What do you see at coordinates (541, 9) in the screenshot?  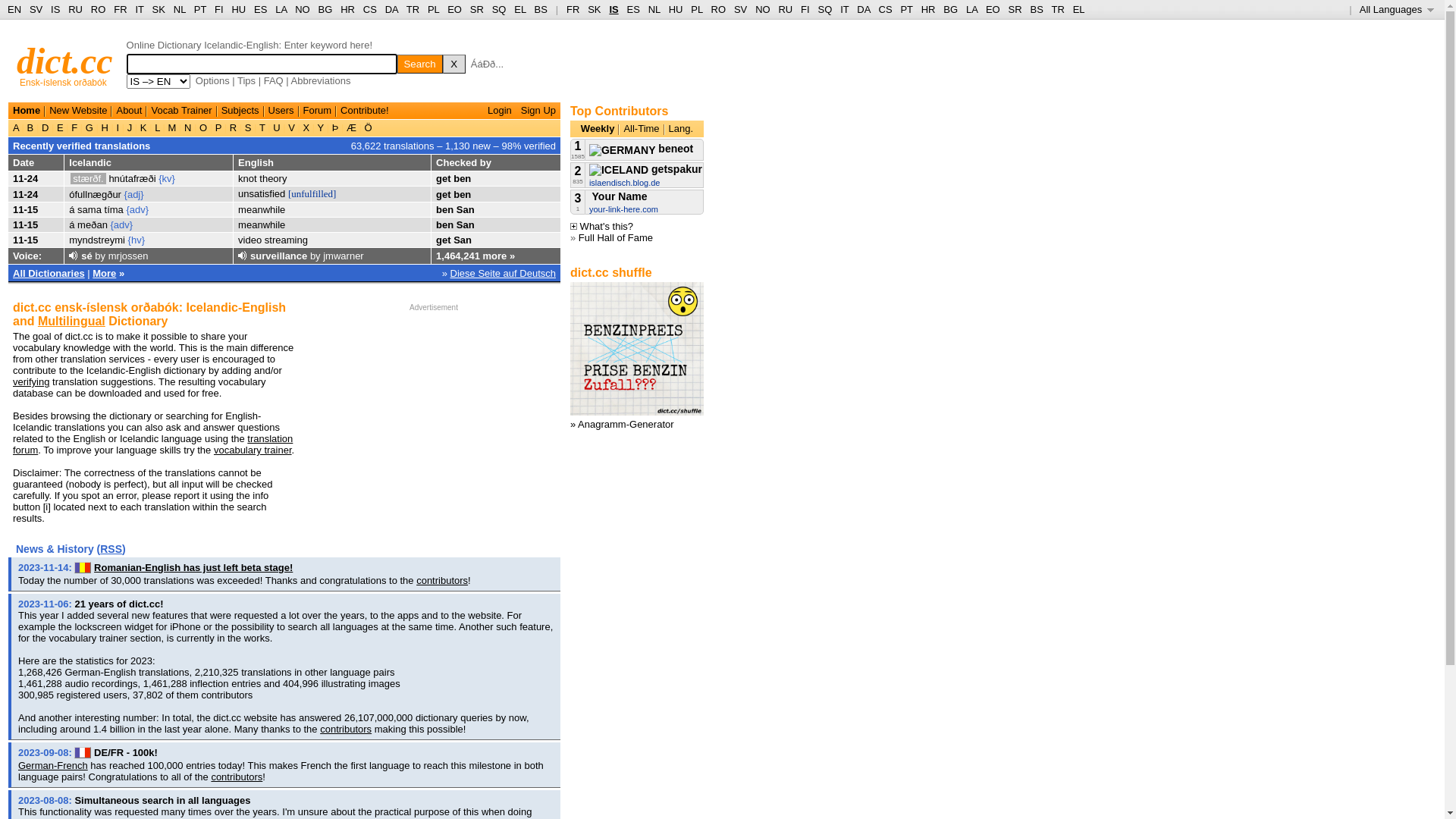 I see `'BS'` at bounding box center [541, 9].